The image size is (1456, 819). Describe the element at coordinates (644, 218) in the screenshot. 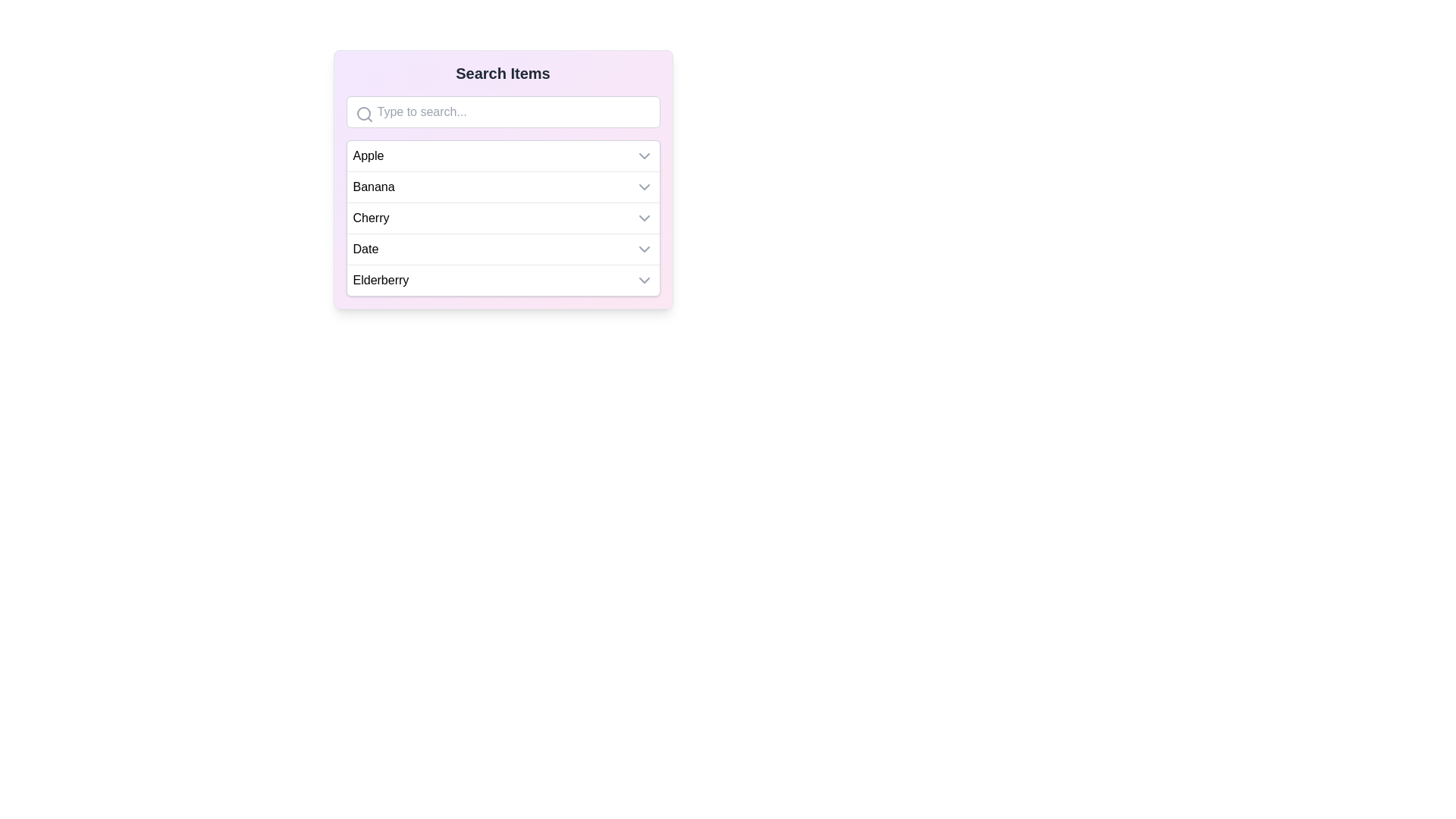

I see `the dropdown toggle icon on the right side of the 'Cherry' row` at that location.